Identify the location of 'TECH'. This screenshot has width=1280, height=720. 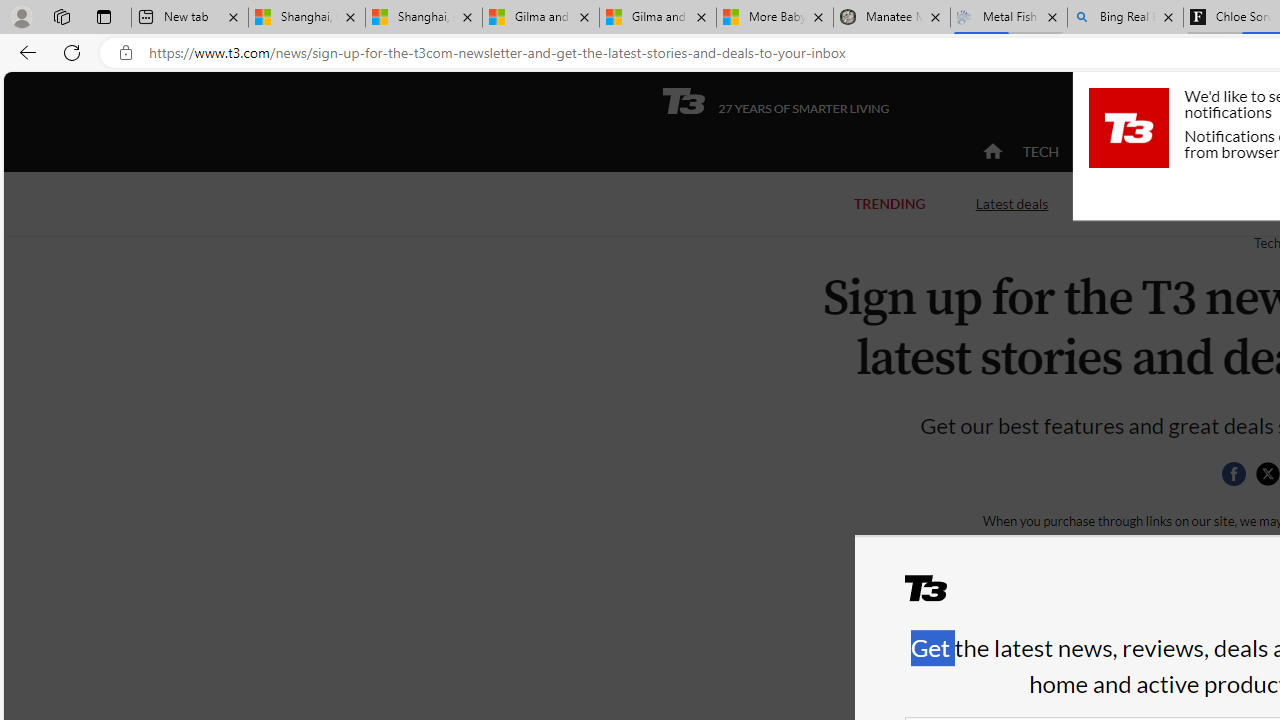
(1040, 150).